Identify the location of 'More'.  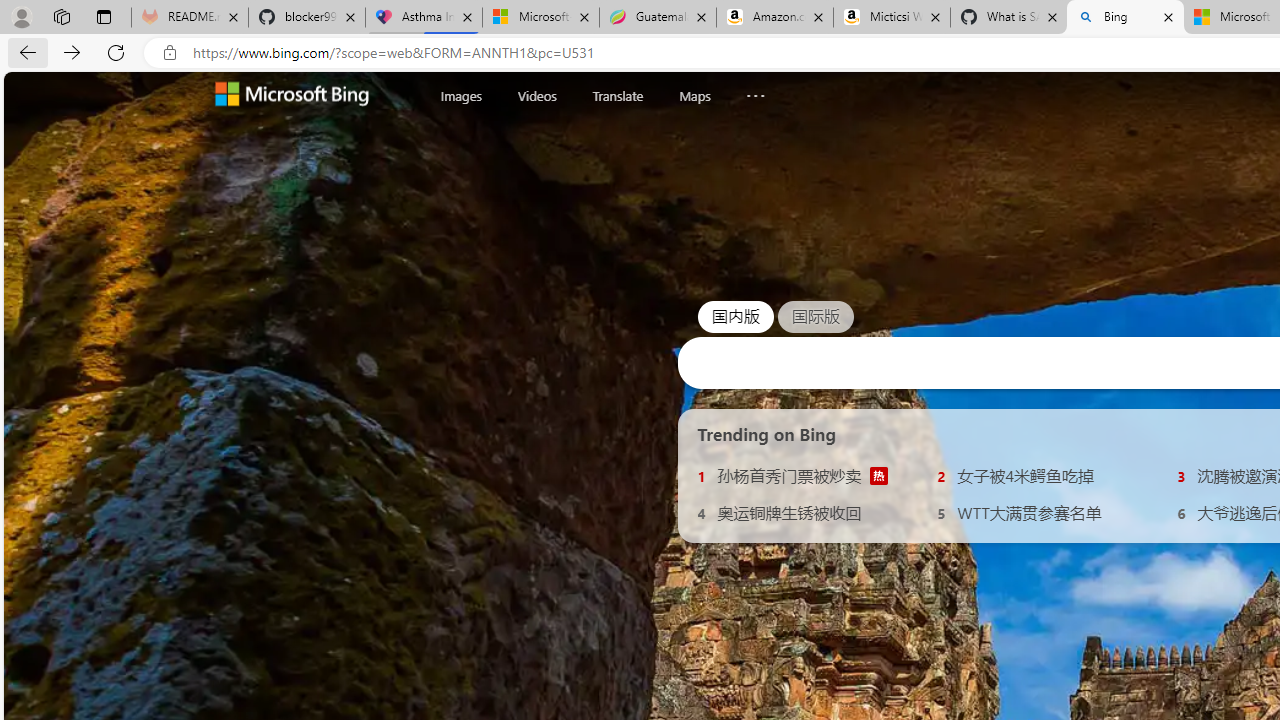
(754, 91).